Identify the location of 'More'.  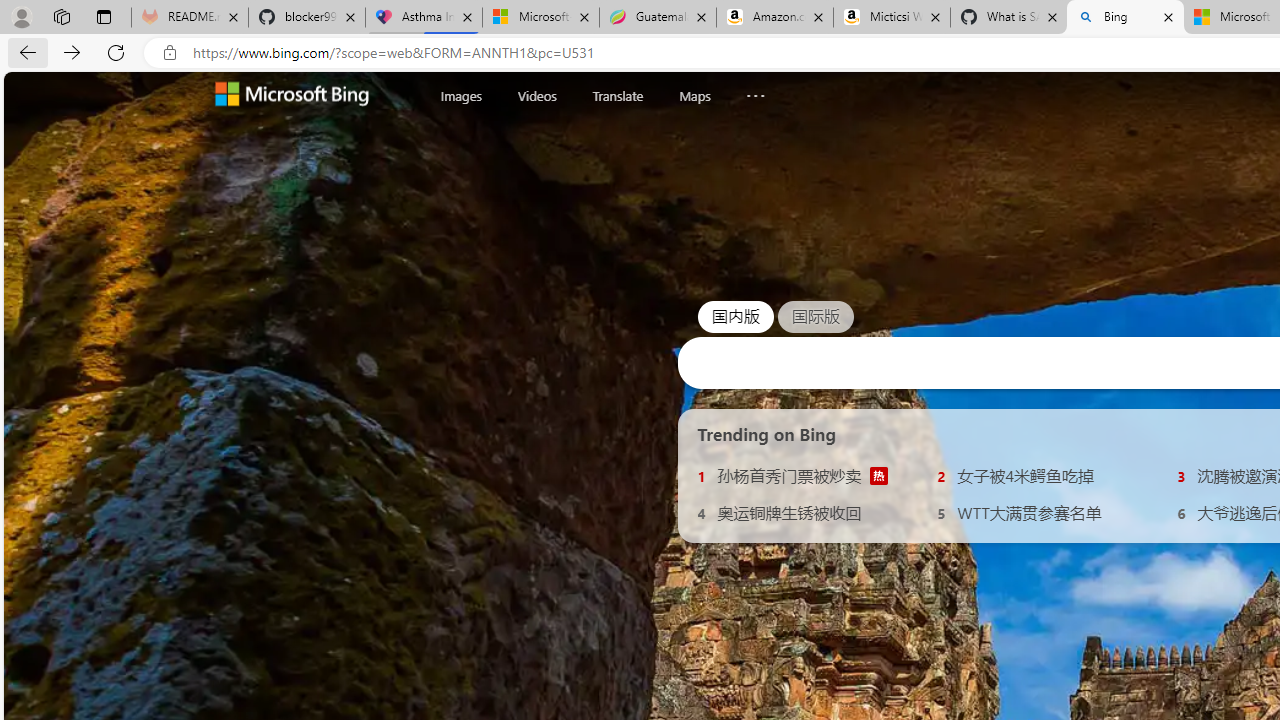
(754, 91).